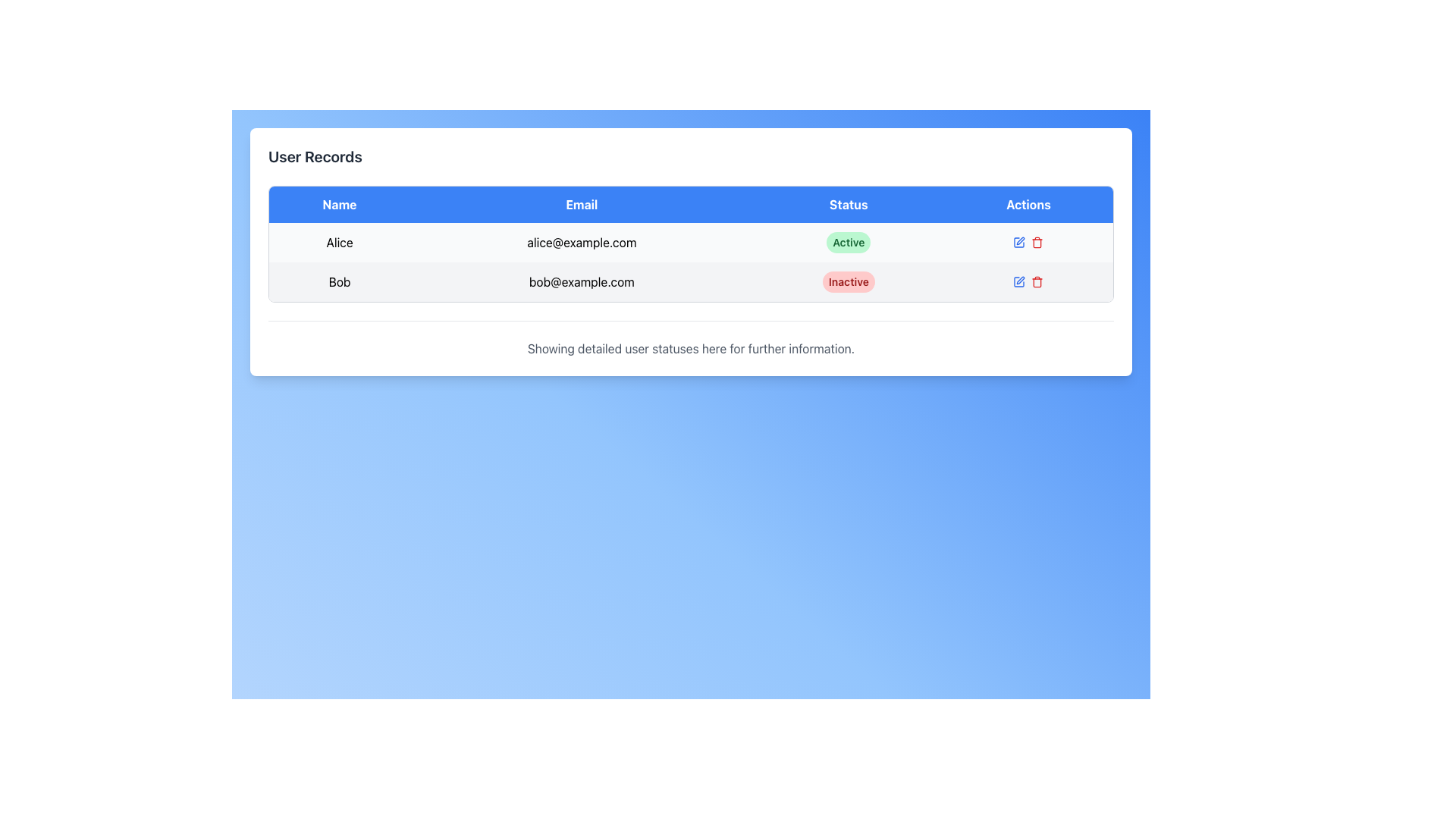  Describe the element at coordinates (338, 205) in the screenshot. I see `the first column header labeled for user names in the table` at that location.